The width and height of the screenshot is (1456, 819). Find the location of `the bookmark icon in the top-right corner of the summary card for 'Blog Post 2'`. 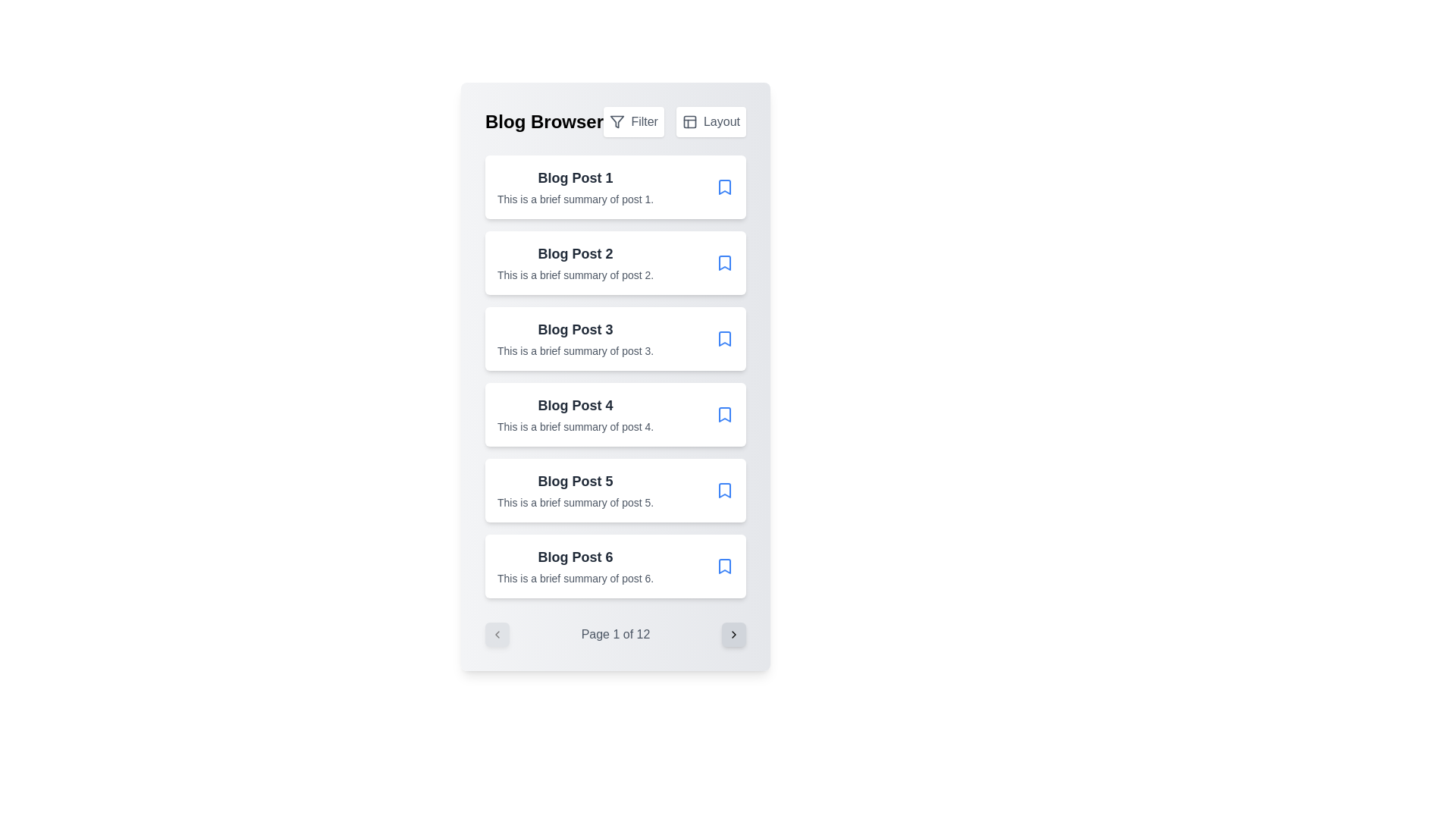

the bookmark icon in the top-right corner of the summary card for 'Blog Post 2' is located at coordinates (723, 262).